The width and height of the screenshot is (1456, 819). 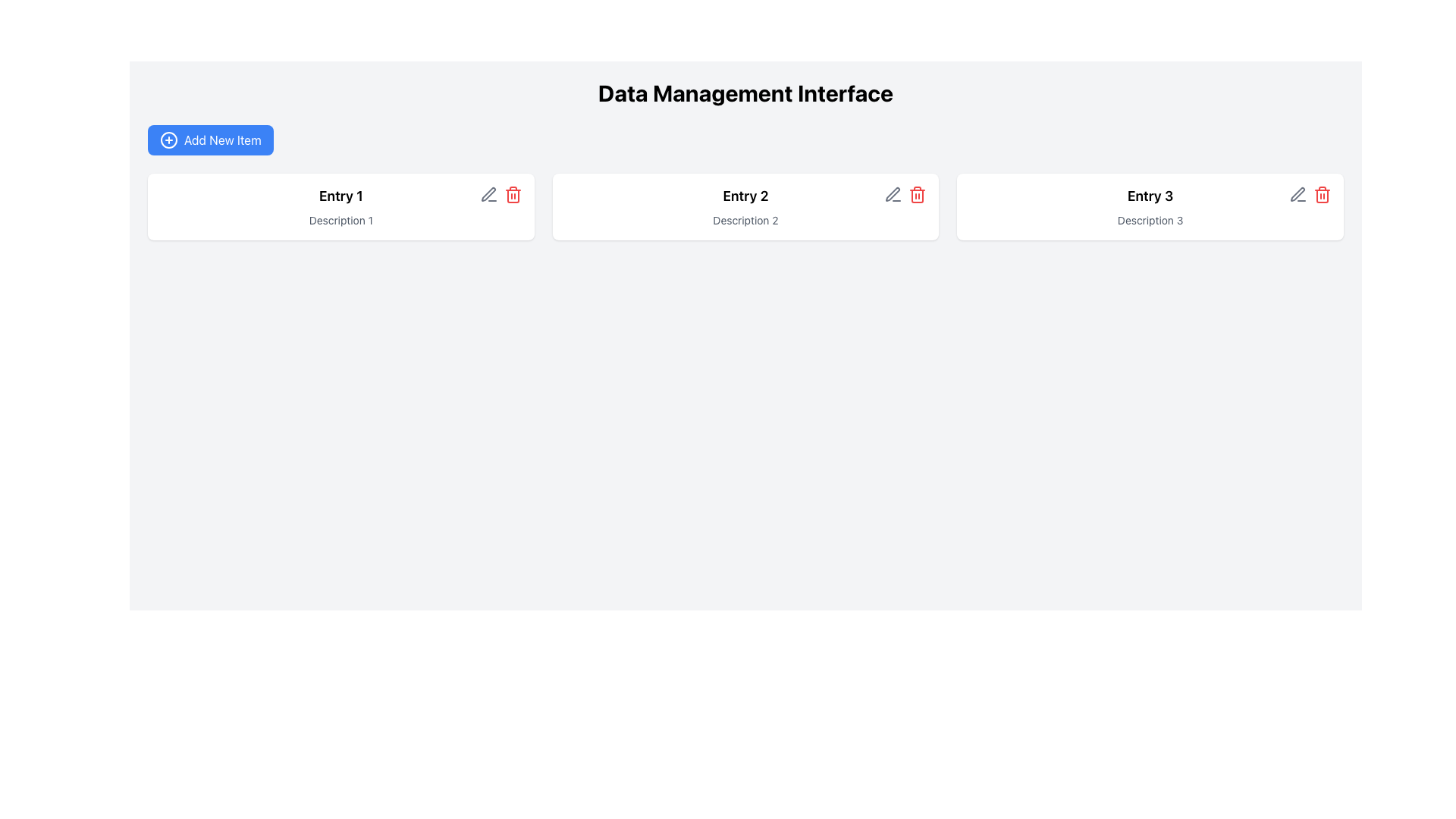 What do you see at coordinates (893, 193) in the screenshot?
I see `the pencil-shaped edit icon located within the card labeled 'Entry 2'` at bounding box center [893, 193].